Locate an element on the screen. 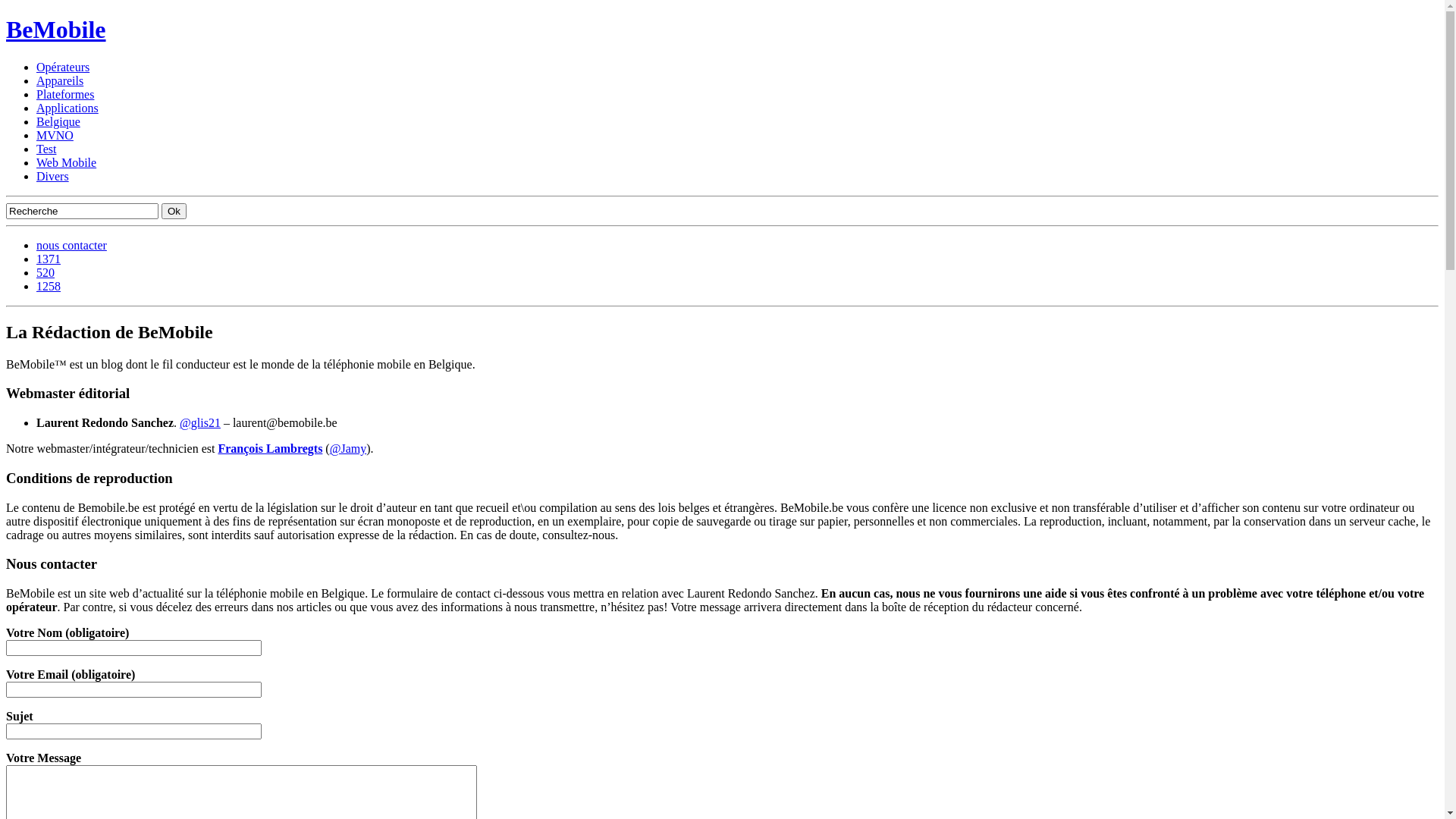  'Applications' is located at coordinates (36, 107).